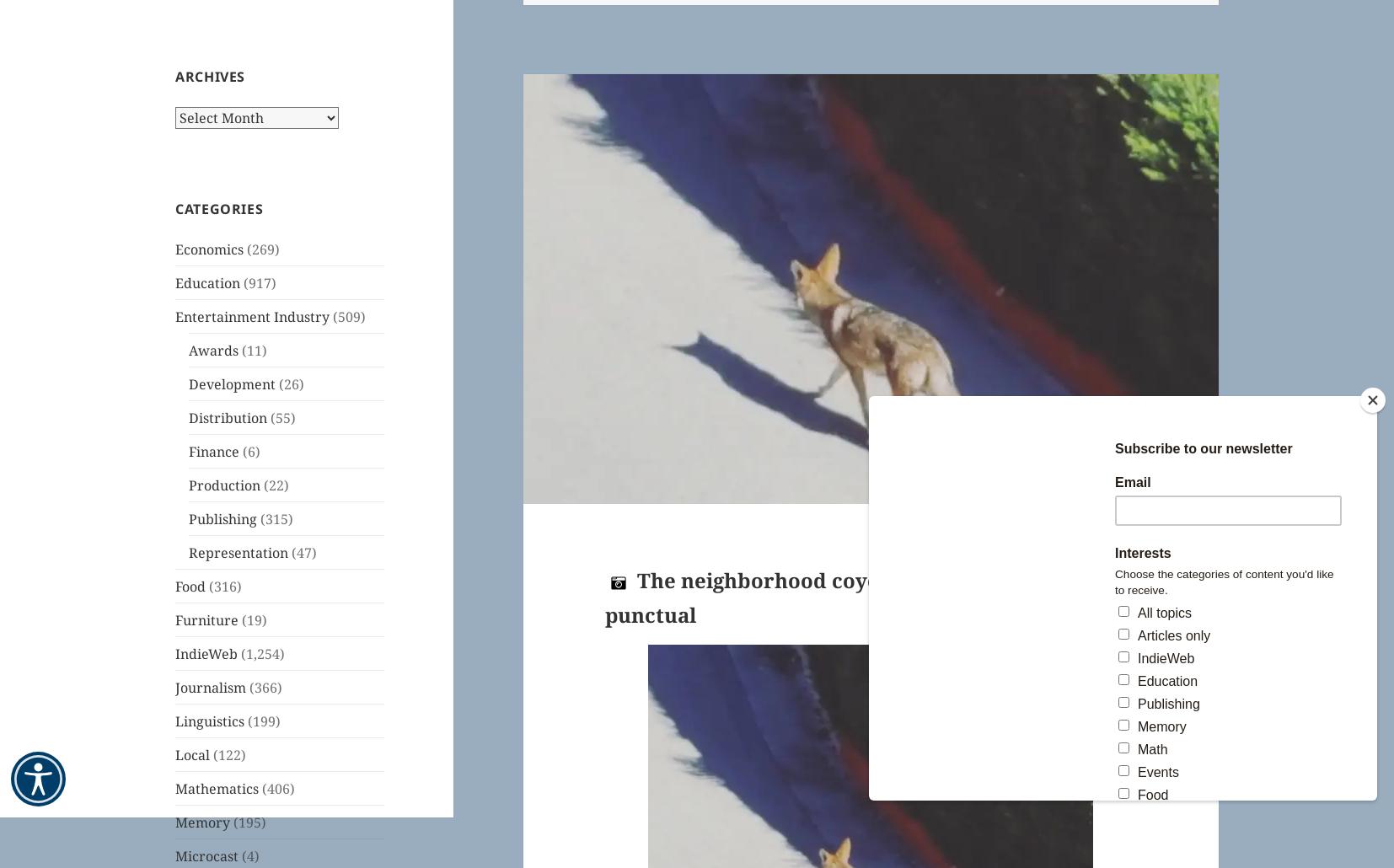  Describe the element at coordinates (206, 619) in the screenshot. I see `'Furniture'` at that location.